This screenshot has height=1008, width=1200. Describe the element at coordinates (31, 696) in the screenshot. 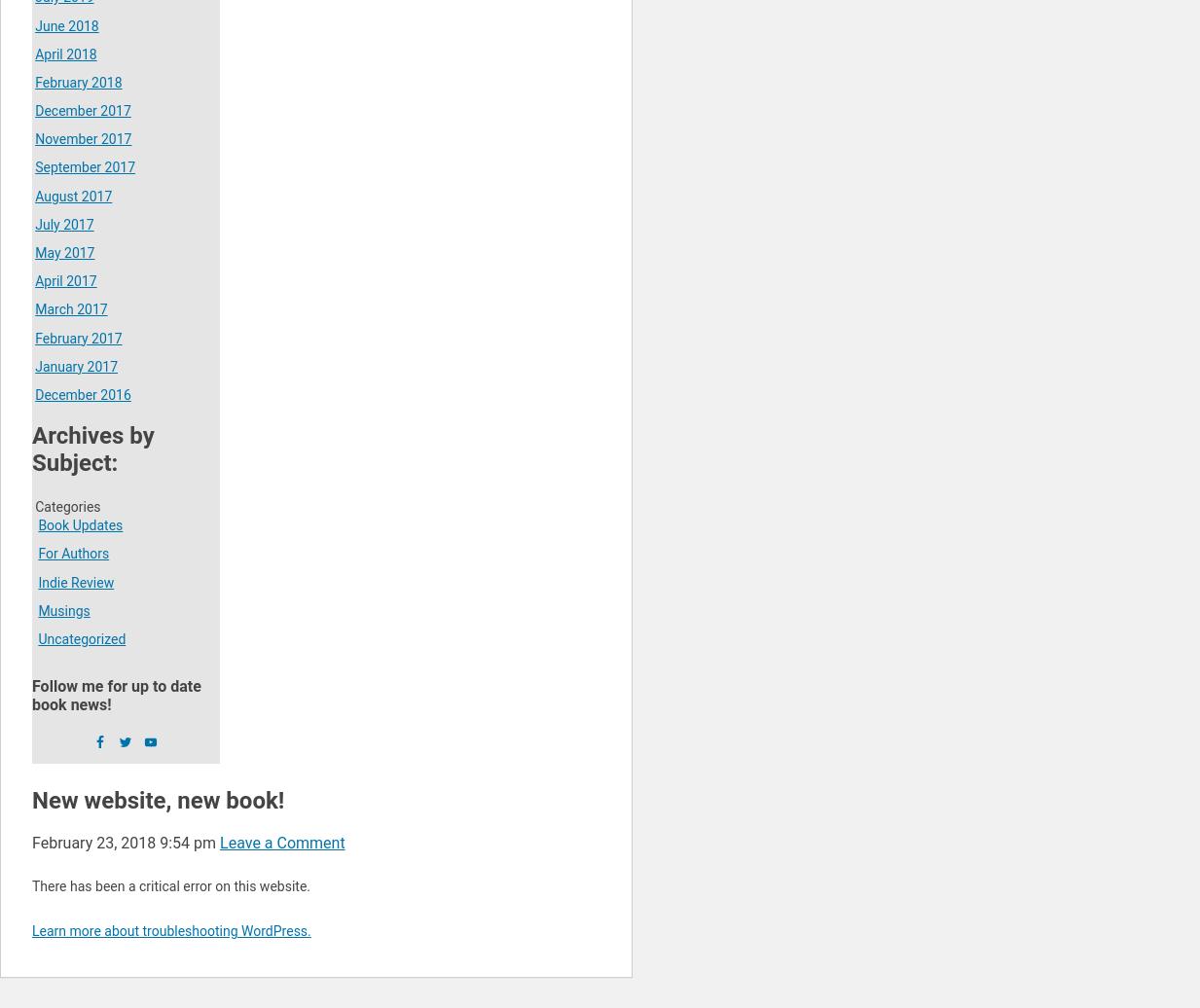

I see `'Follow me for up to date book news!'` at that location.